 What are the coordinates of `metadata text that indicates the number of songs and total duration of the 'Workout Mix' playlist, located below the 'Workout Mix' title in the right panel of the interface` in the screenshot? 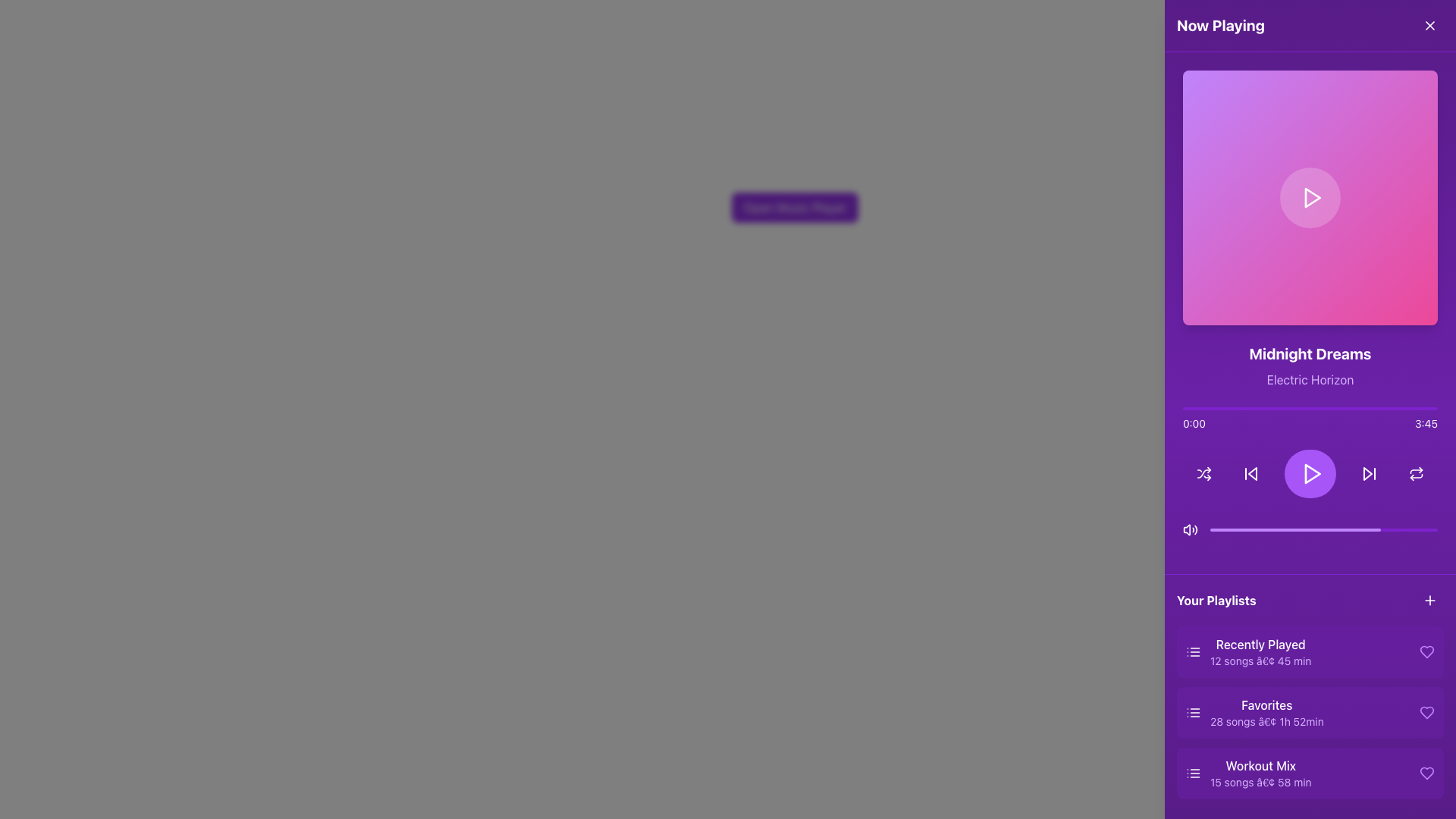 It's located at (1260, 783).